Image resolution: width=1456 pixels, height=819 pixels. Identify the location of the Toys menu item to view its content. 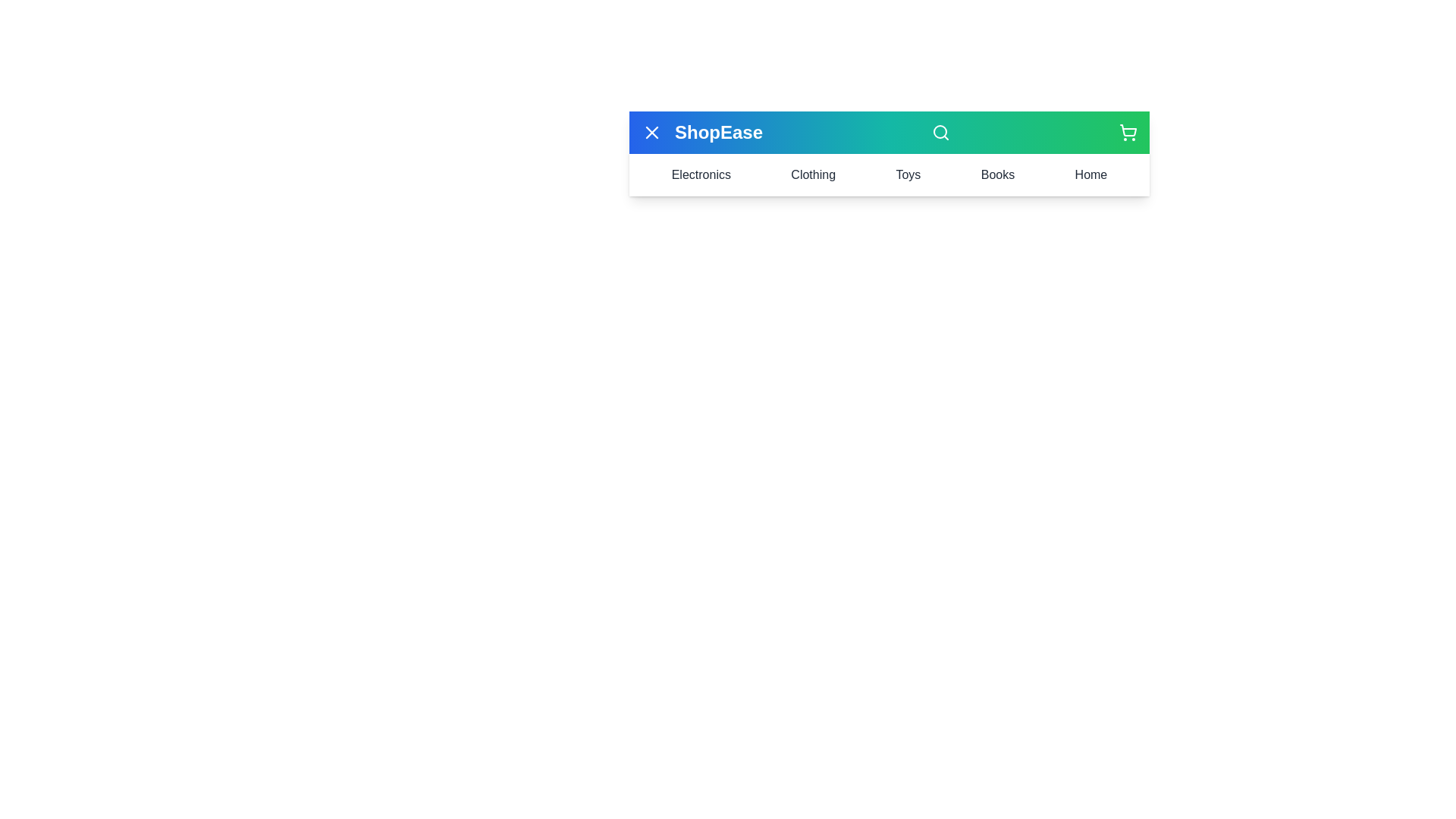
(908, 174).